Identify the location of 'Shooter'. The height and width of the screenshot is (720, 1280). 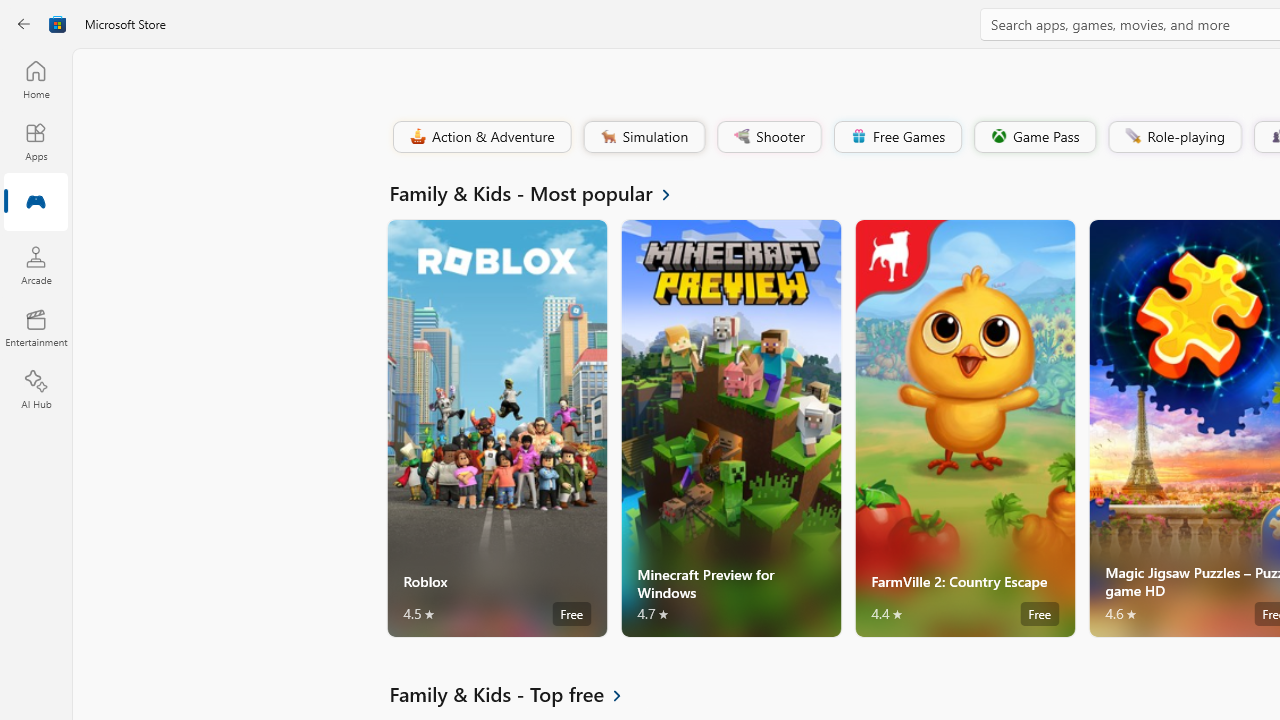
(767, 135).